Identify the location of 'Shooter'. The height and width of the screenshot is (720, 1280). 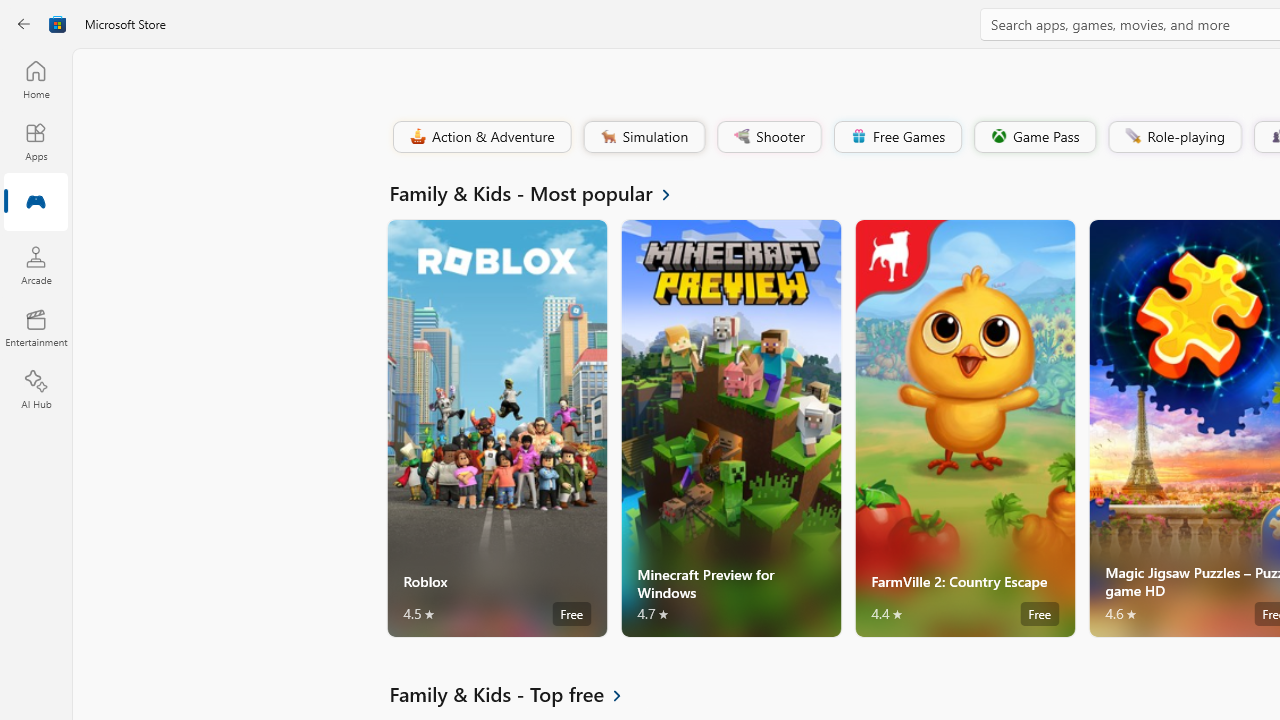
(767, 135).